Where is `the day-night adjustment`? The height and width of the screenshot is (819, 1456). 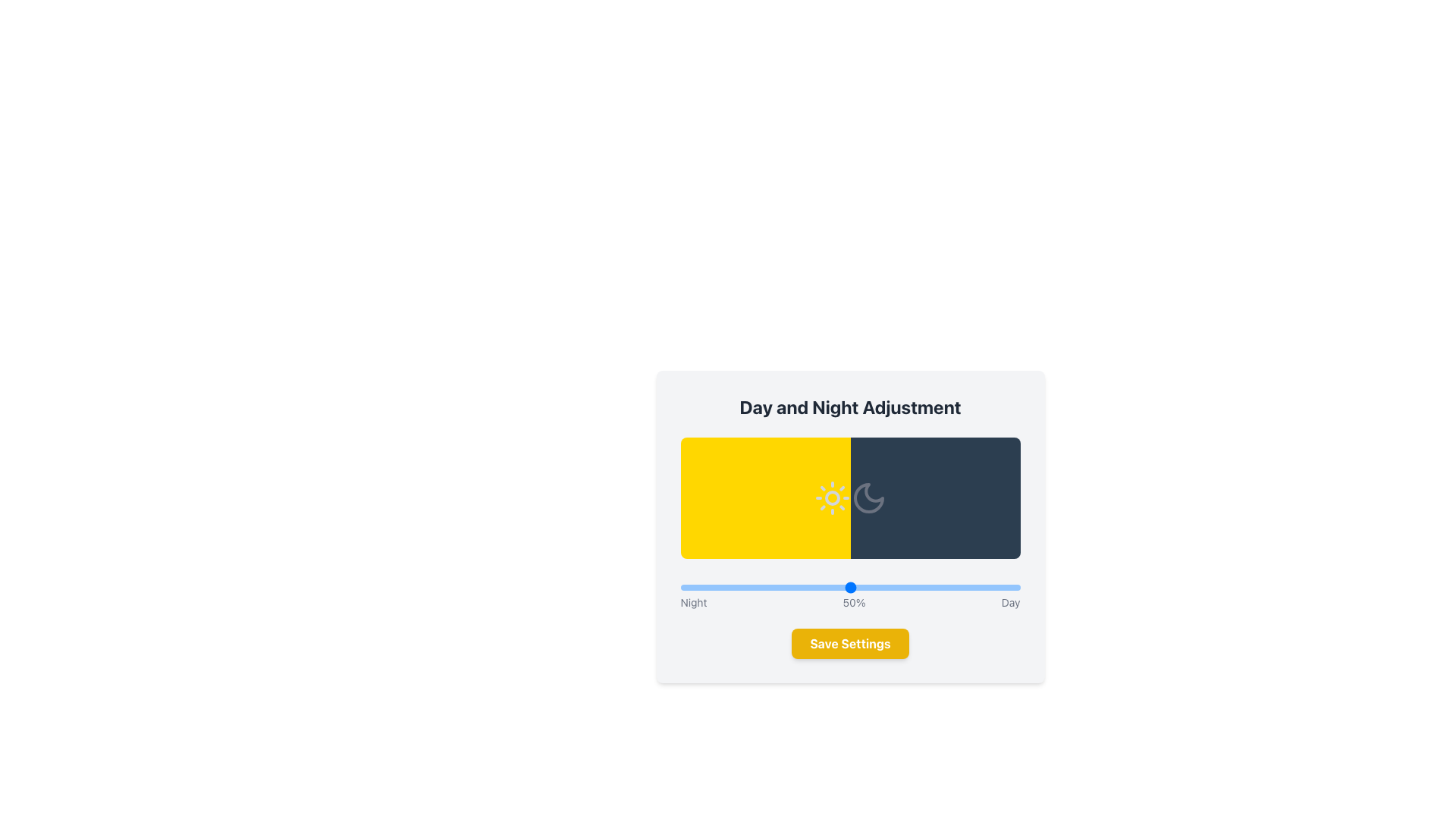 the day-night adjustment is located at coordinates (871, 587).